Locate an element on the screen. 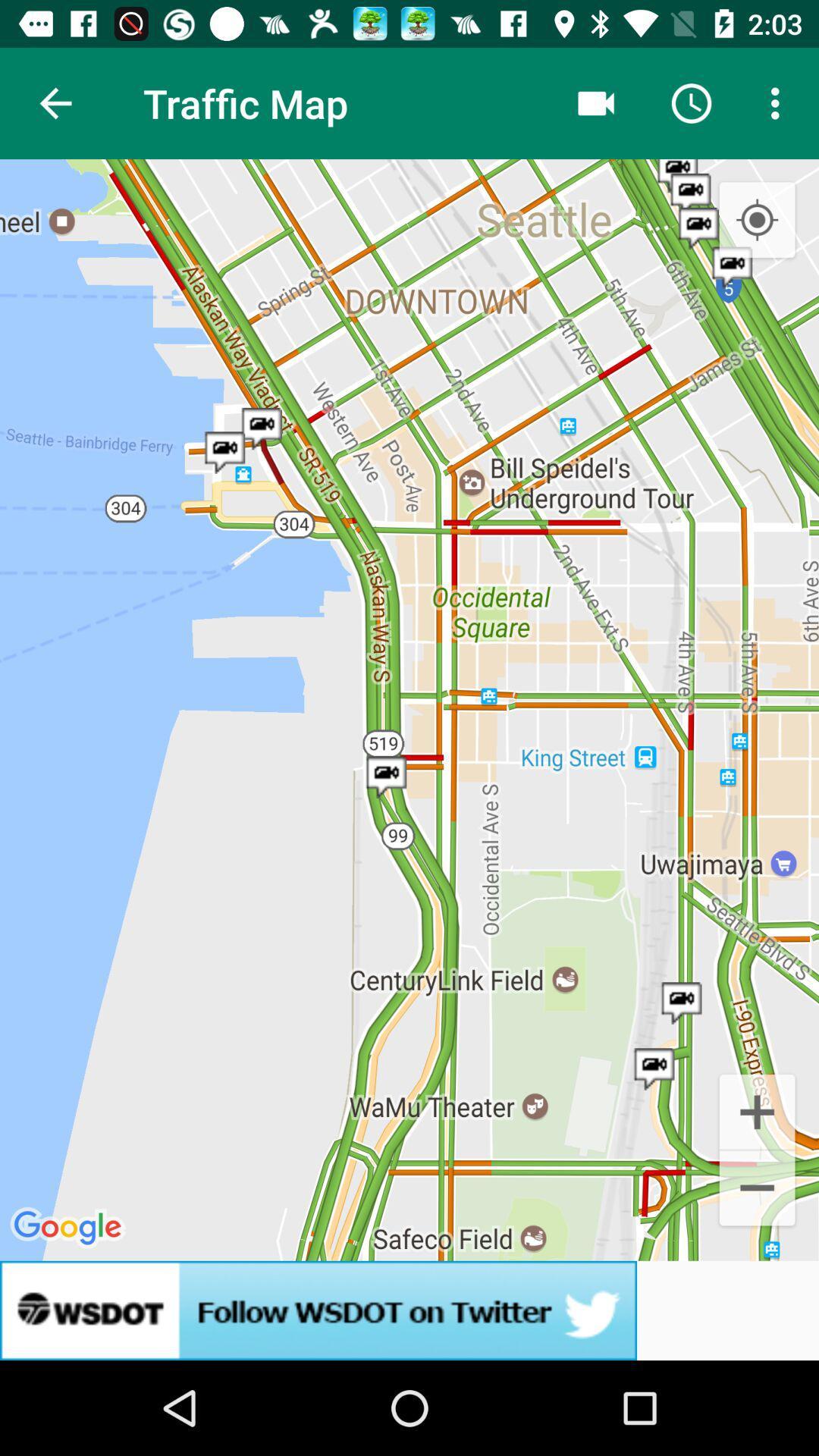  the location_crosshair icon is located at coordinates (757, 220).